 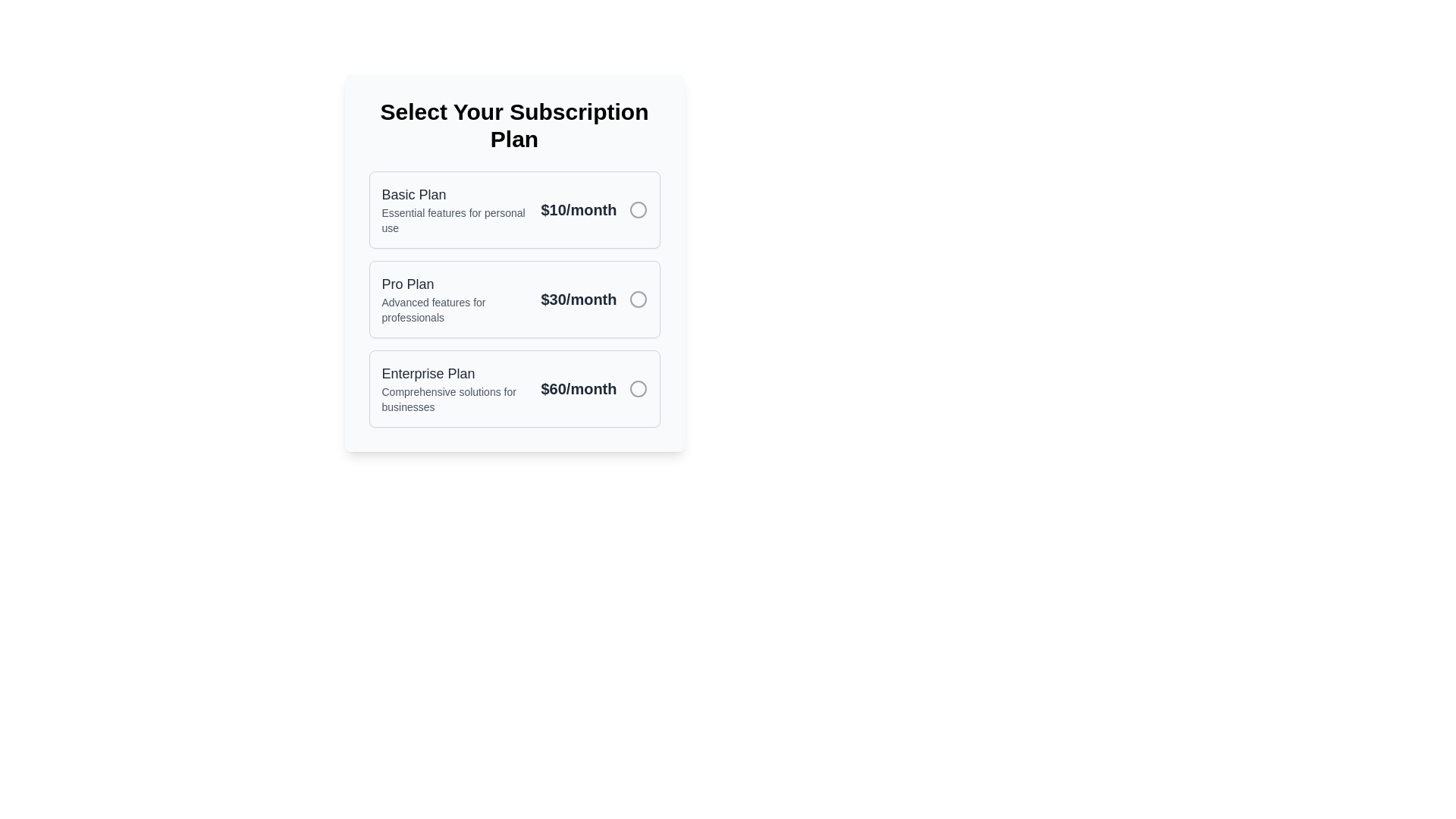 I want to click on the 'Pro Plan' text element, which serves as a label in the subscription selection interface, so click(x=454, y=299).